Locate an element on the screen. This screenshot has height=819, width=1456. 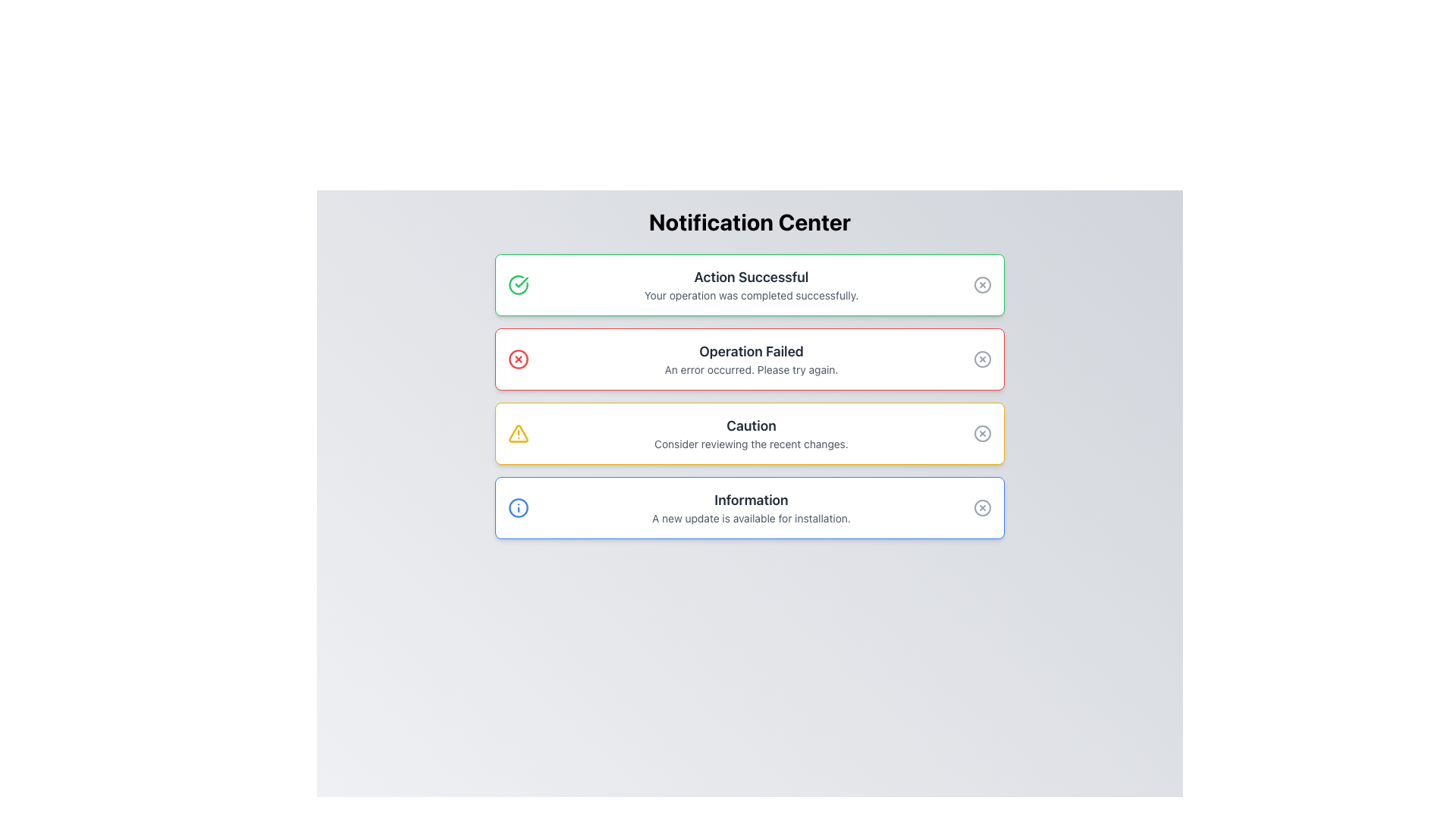
the circular button with a cross in the middle, styled in muted gray, located at the far right of the notification card displaying the text 'Information A new update is available for installation.' is located at coordinates (983, 508).